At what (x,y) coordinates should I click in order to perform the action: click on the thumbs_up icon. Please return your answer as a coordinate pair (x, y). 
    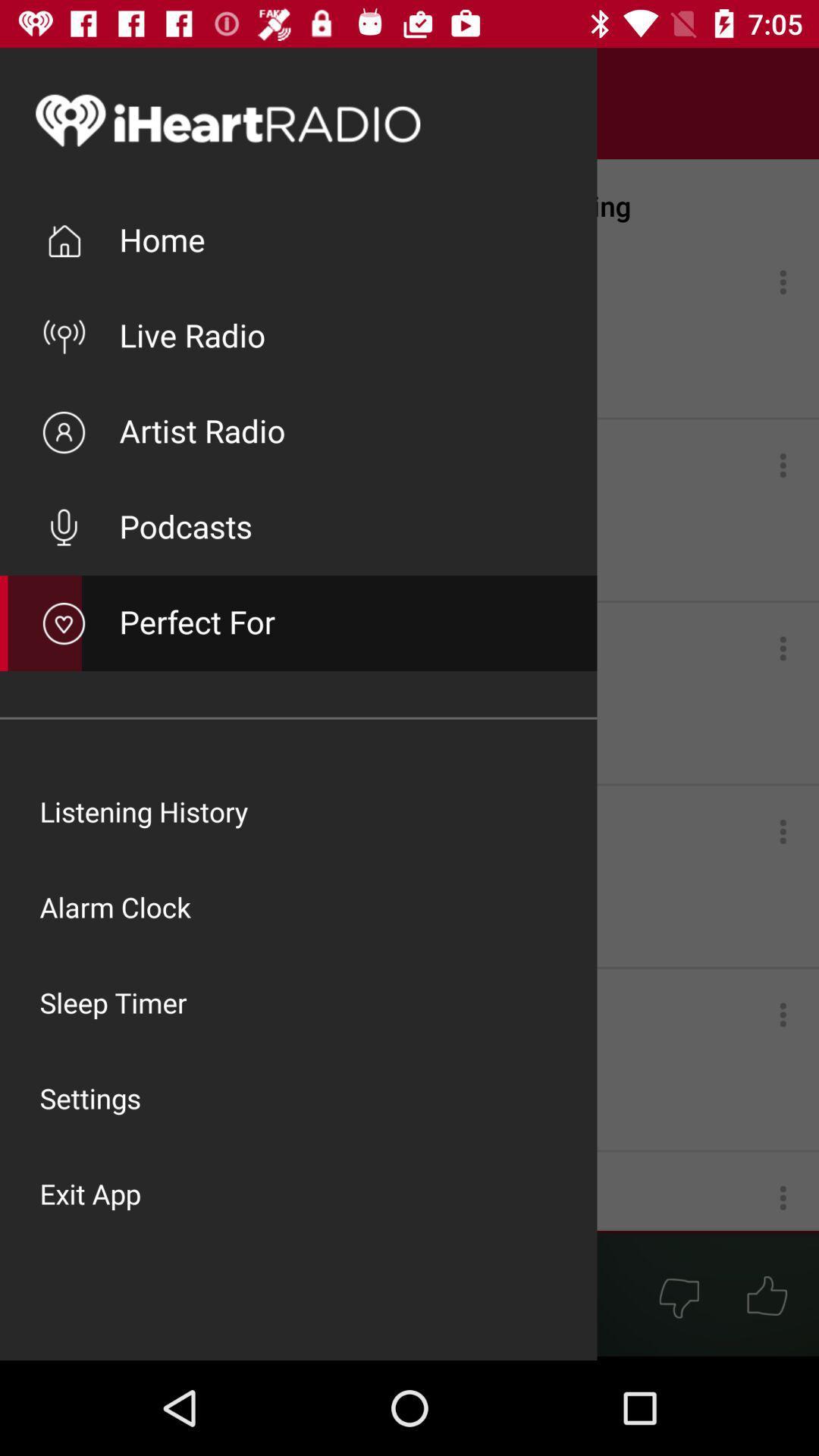
    Looking at the image, I should click on (767, 1295).